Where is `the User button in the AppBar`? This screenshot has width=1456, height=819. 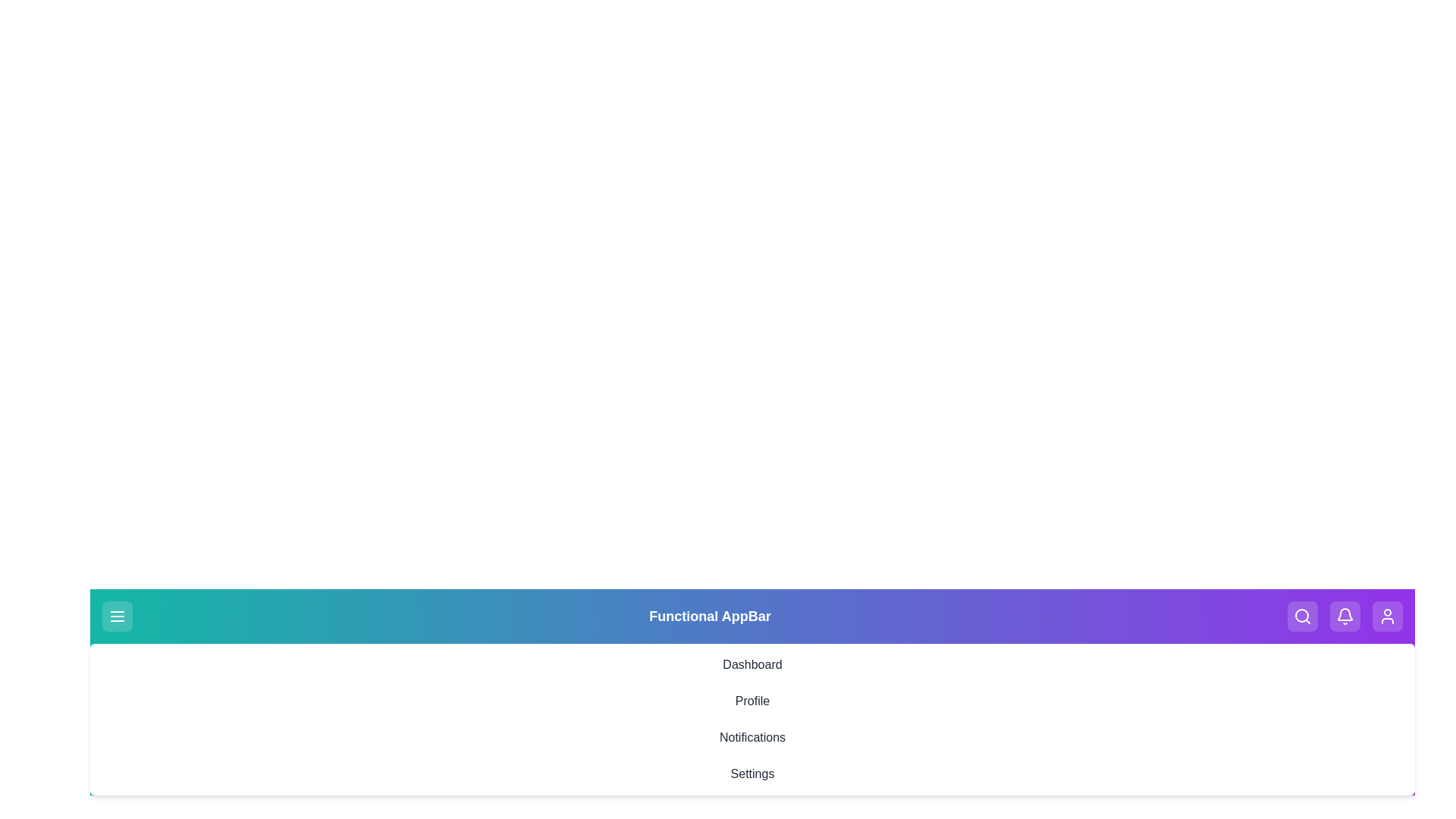 the User button in the AppBar is located at coordinates (1387, 617).